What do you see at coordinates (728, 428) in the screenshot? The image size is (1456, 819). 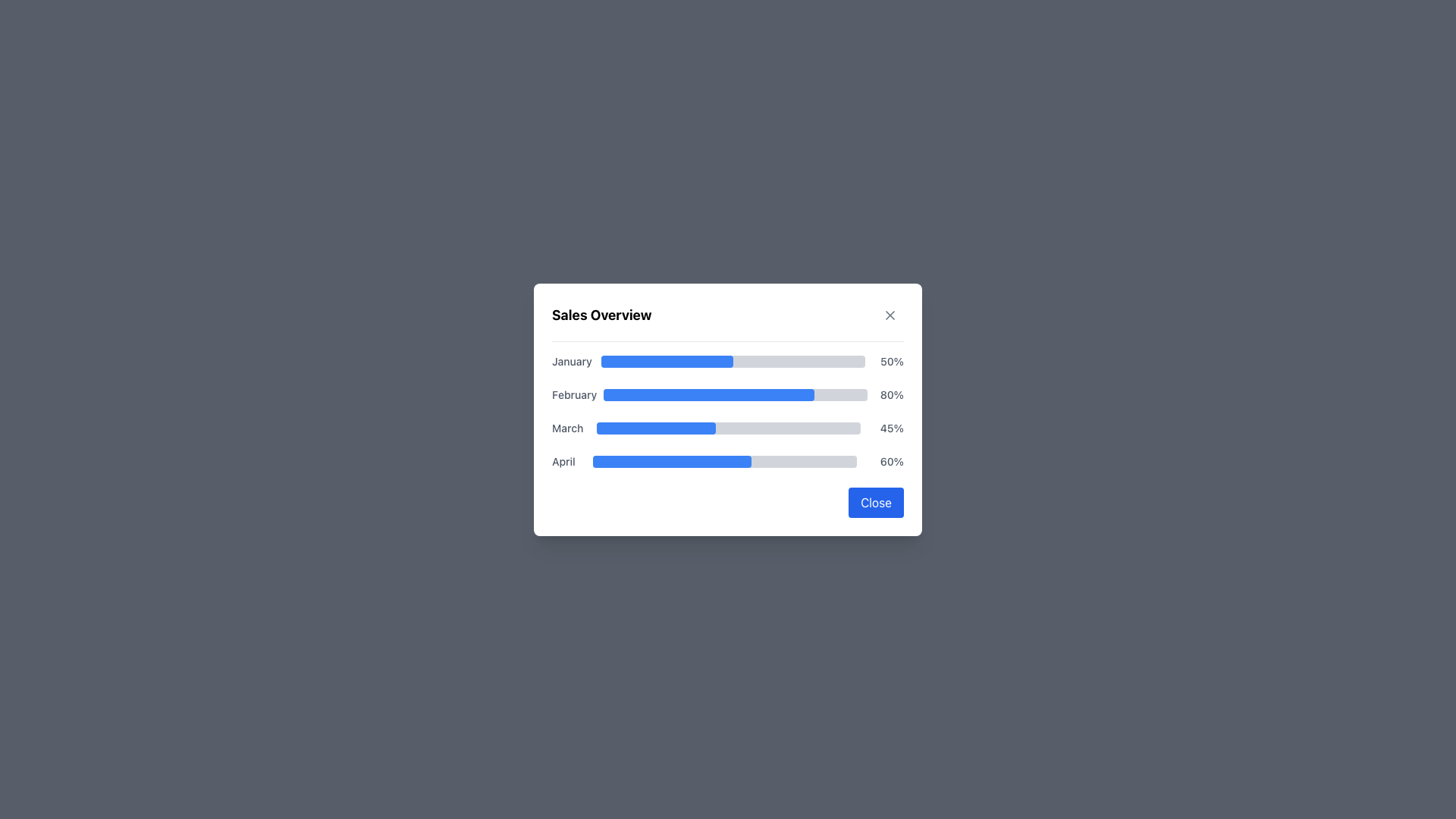 I see `the progress bar for 'March' in the 'Sales Overview' modal, which shows a partially filled blue bar with the label 'March' and a percentage indicator '45%'` at bounding box center [728, 428].